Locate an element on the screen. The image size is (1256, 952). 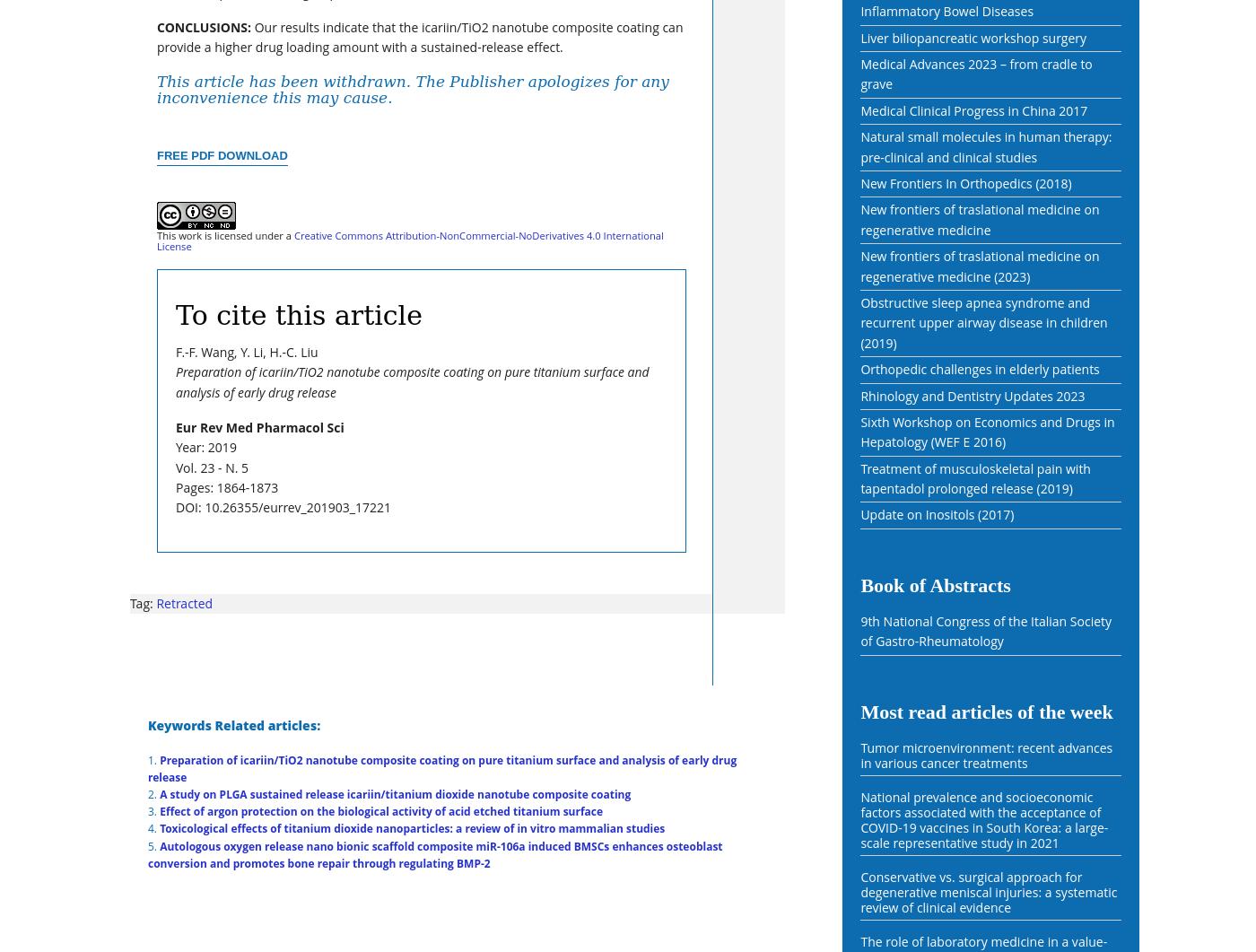
'To cite this article' is located at coordinates (299, 313).